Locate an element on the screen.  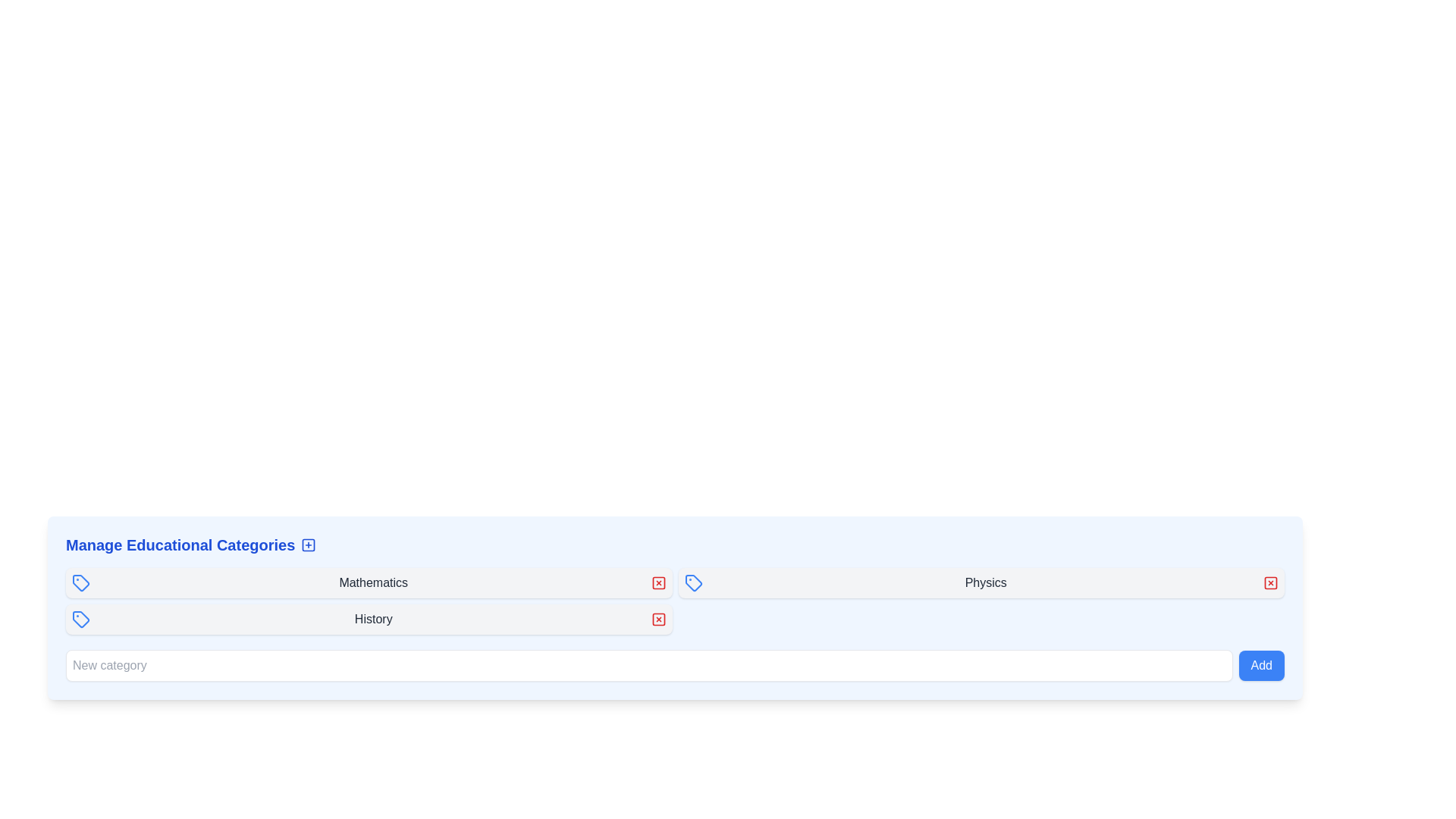
the 'Mathematics' category item in the 'Manage Educational Categories' section for keyboard-based interactions is located at coordinates (369, 582).